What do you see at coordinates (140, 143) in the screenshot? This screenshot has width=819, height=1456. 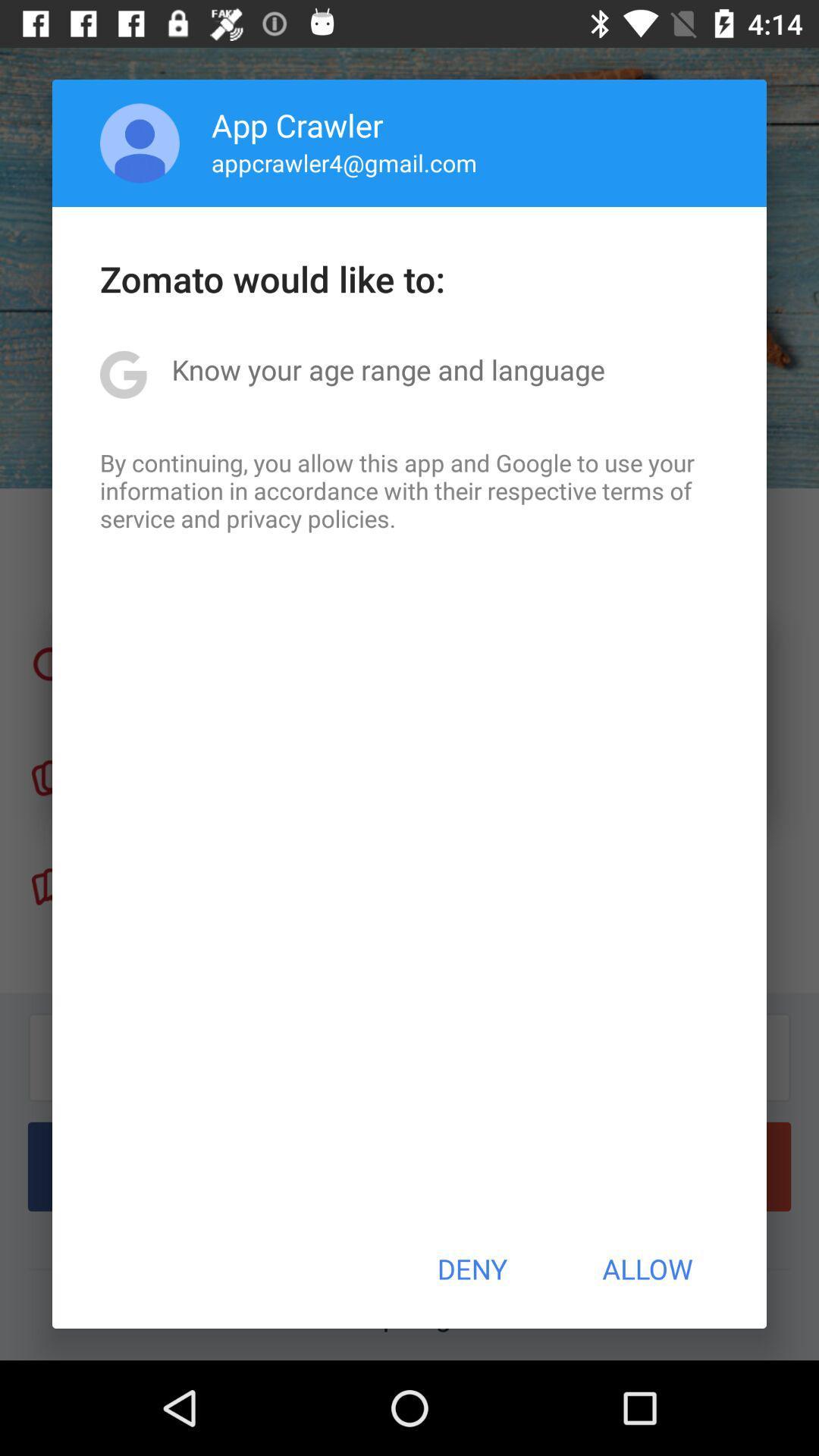 I see `icon to the left of app crawler` at bounding box center [140, 143].